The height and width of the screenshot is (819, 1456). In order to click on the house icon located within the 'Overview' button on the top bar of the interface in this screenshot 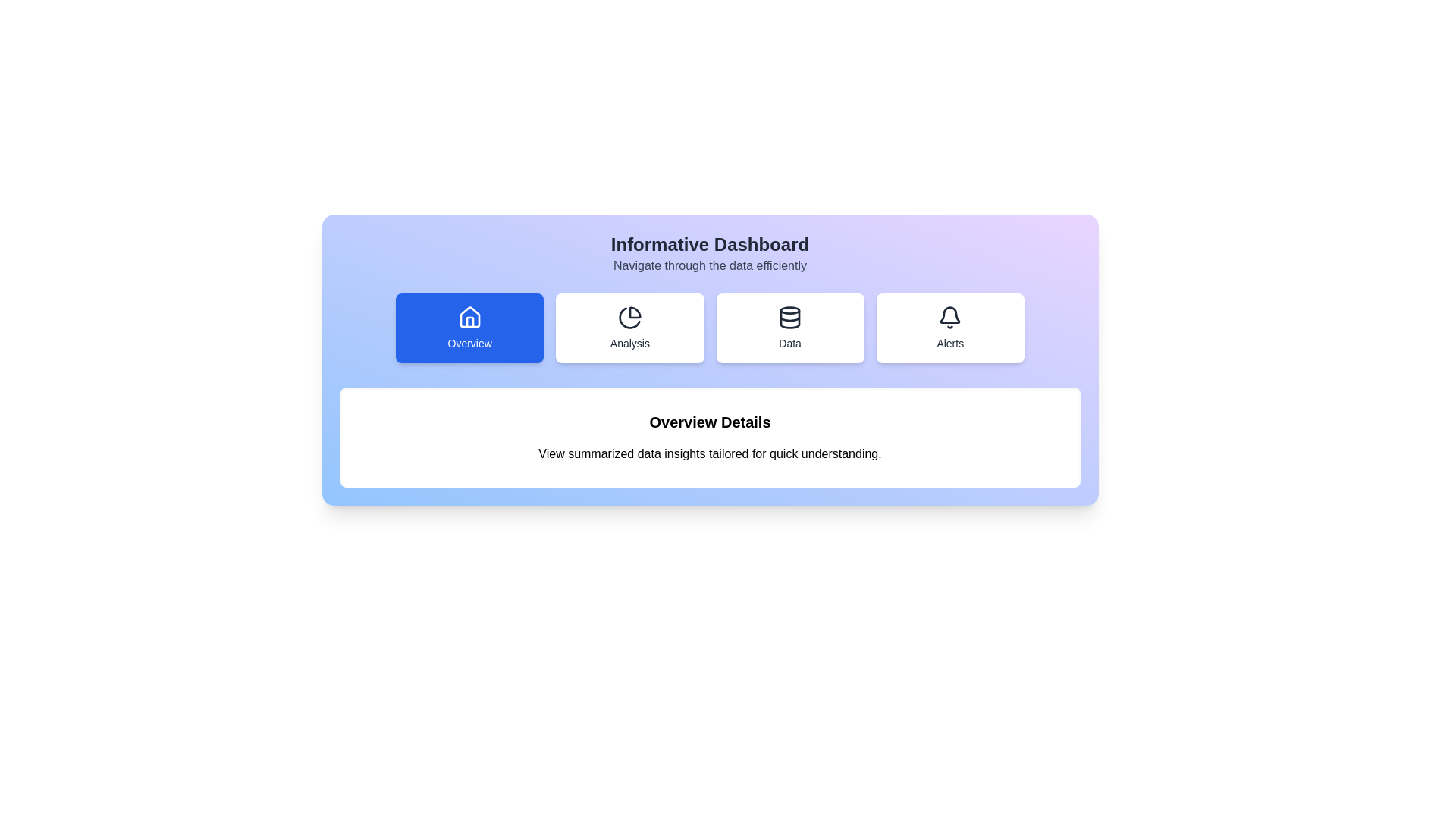, I will do `click(469, 316)`.